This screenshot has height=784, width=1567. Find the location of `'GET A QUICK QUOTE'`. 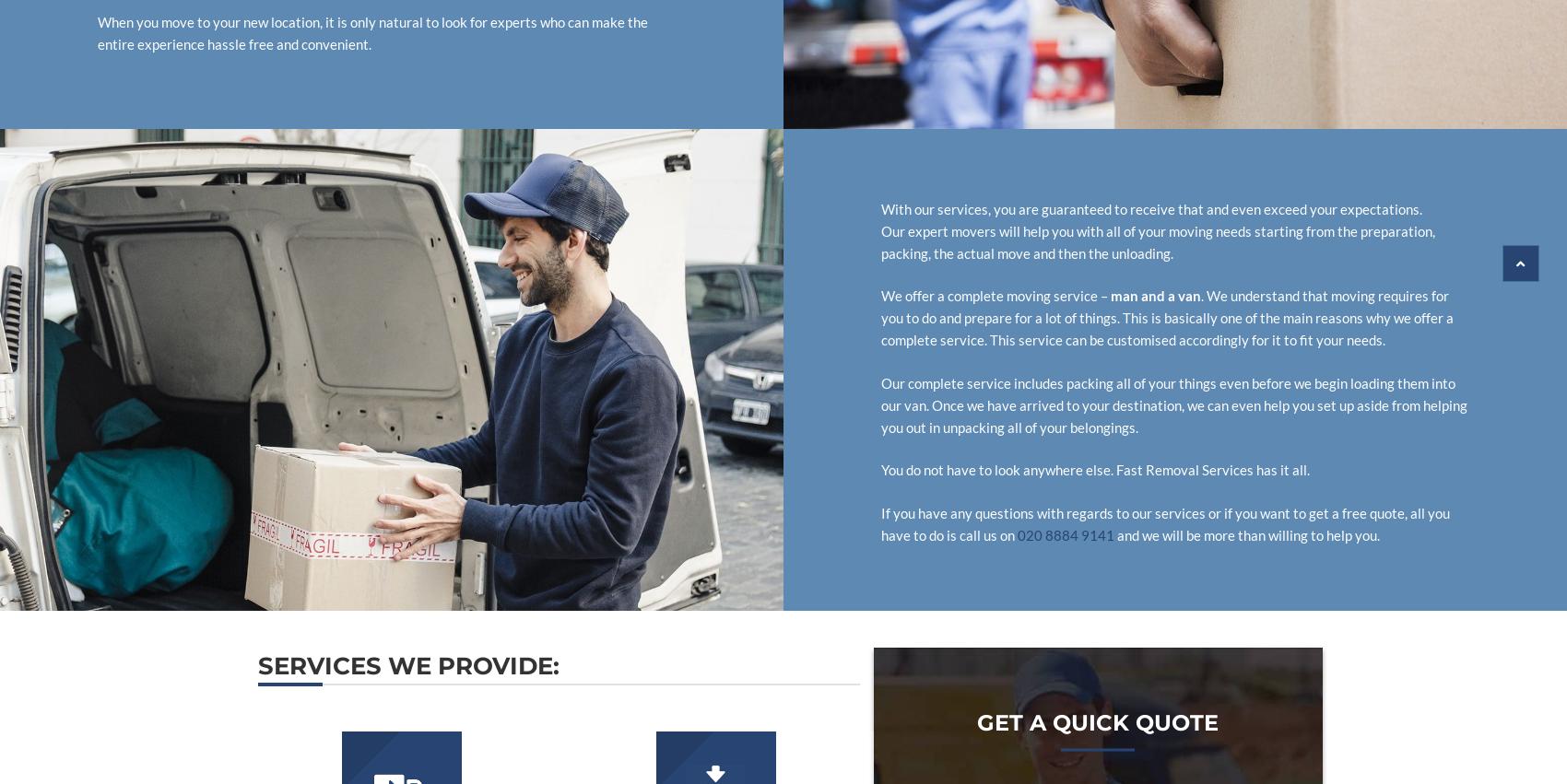

'GET A QUICK QUOTE' is located at coordinates (1097, 720).